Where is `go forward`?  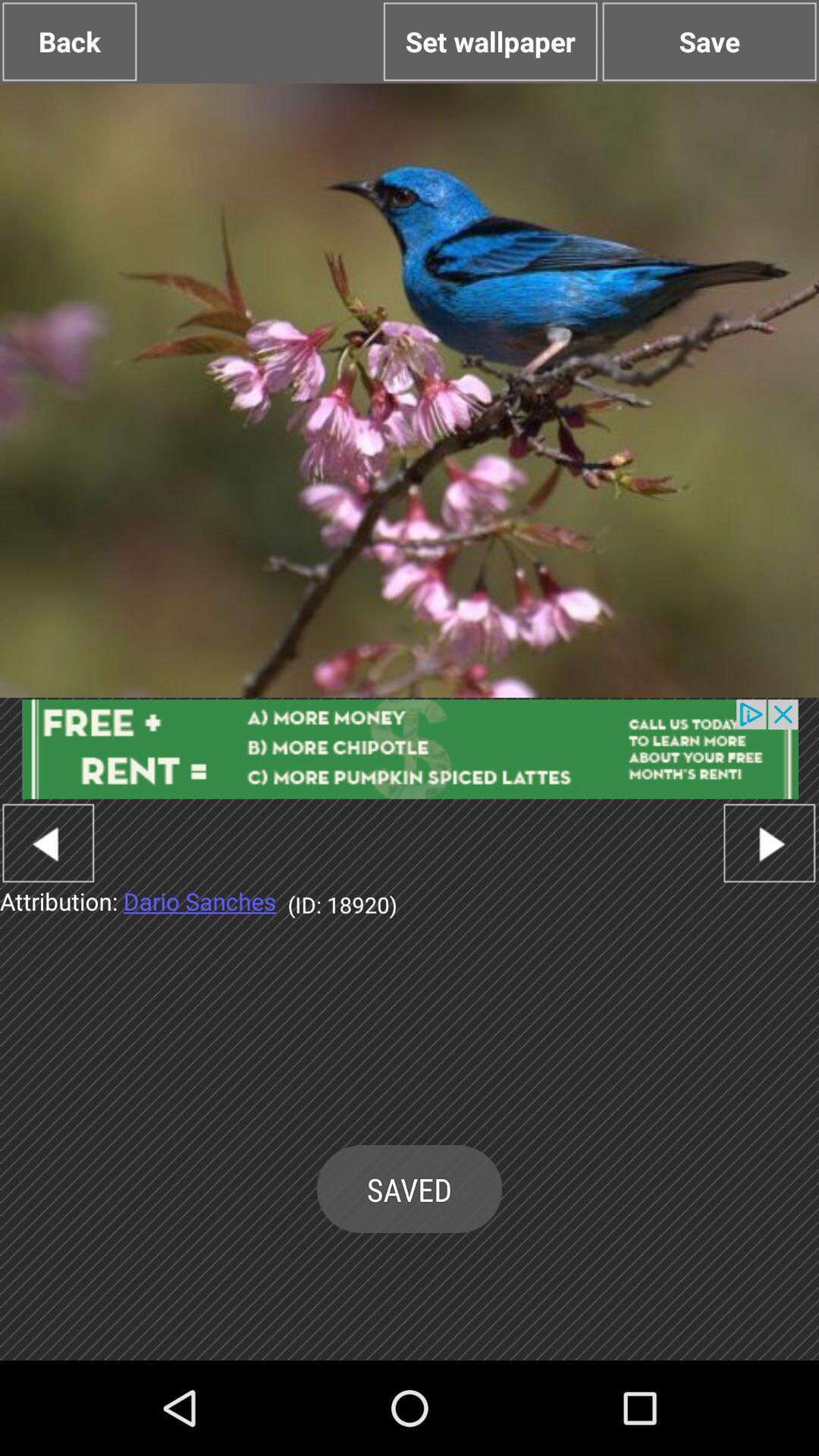
go forward is located at coordinates (769, 842).